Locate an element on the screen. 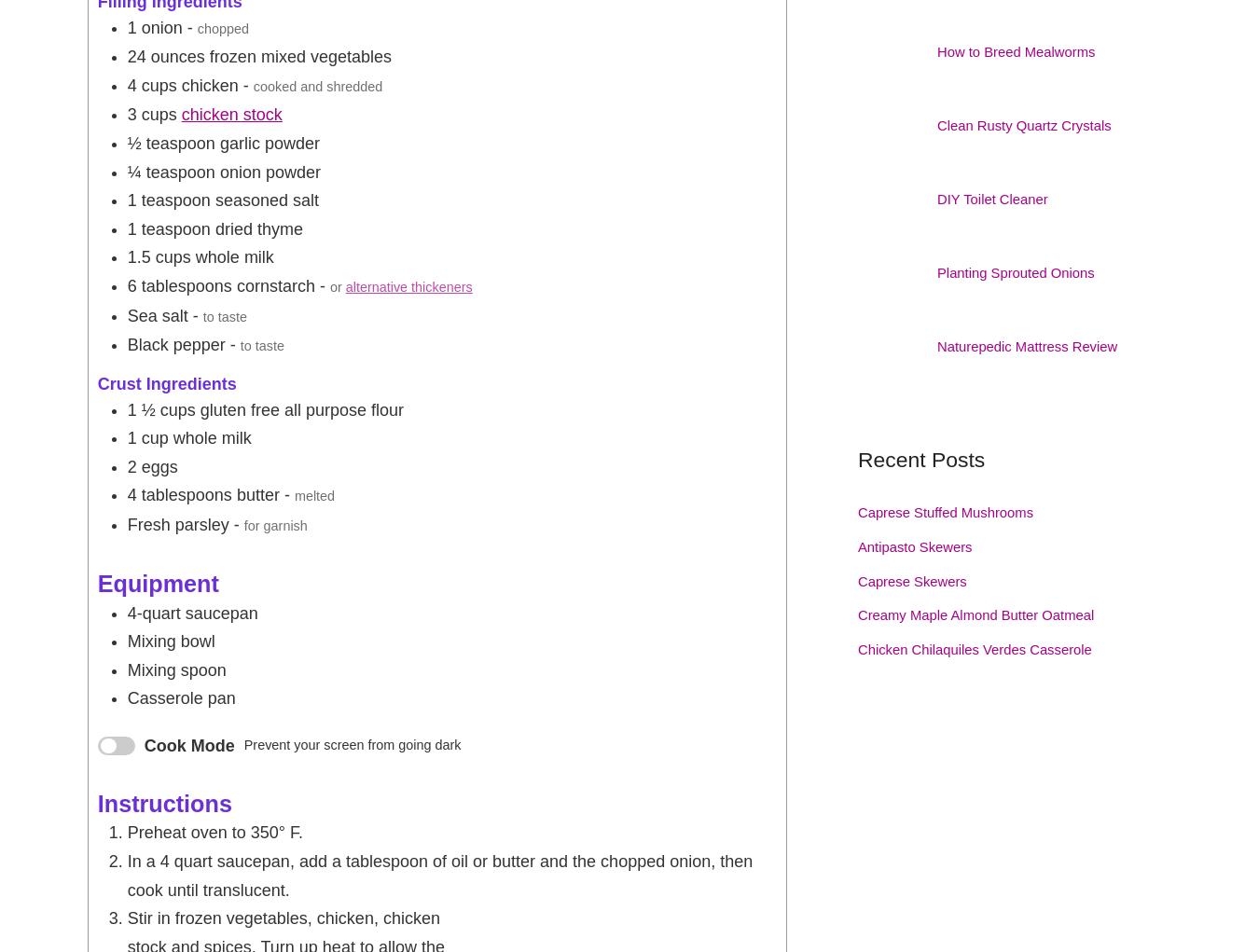  'cup' is located at coordinates (154, 437).